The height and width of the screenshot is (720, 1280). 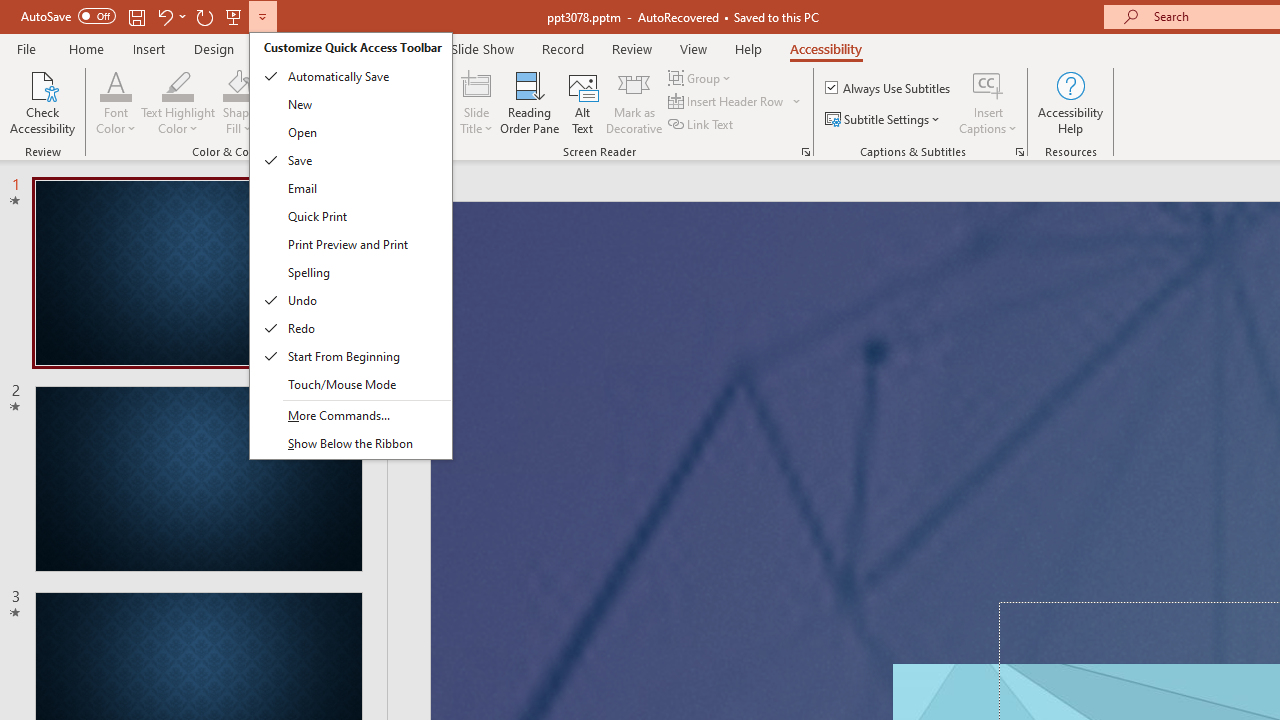 I want to click on 'Reading Order Pane', so click(x=529, y=103).